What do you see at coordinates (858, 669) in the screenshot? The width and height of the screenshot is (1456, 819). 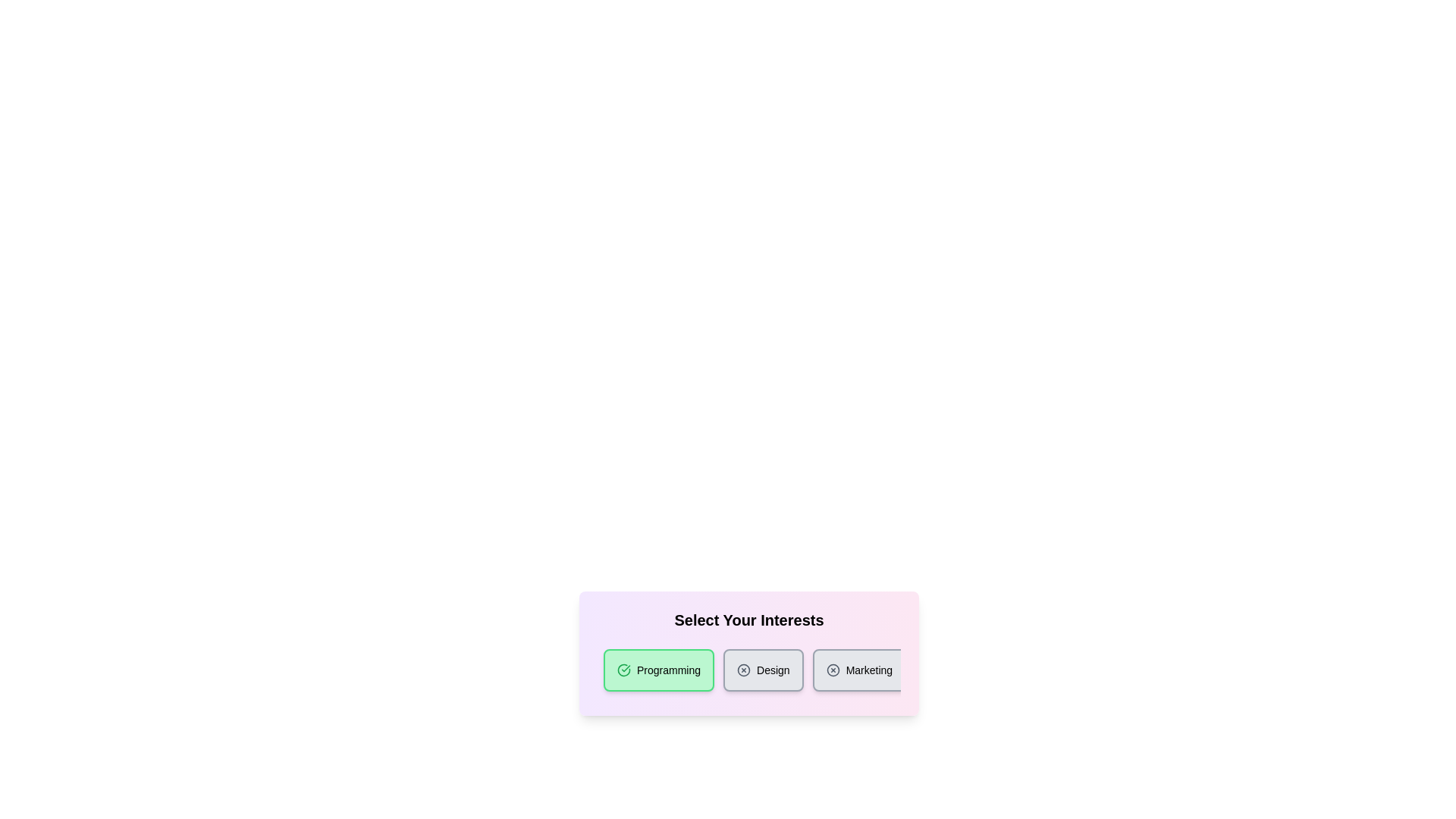 I see `the category chip labeled 'Marketing'` at bounding box center [858, 669].